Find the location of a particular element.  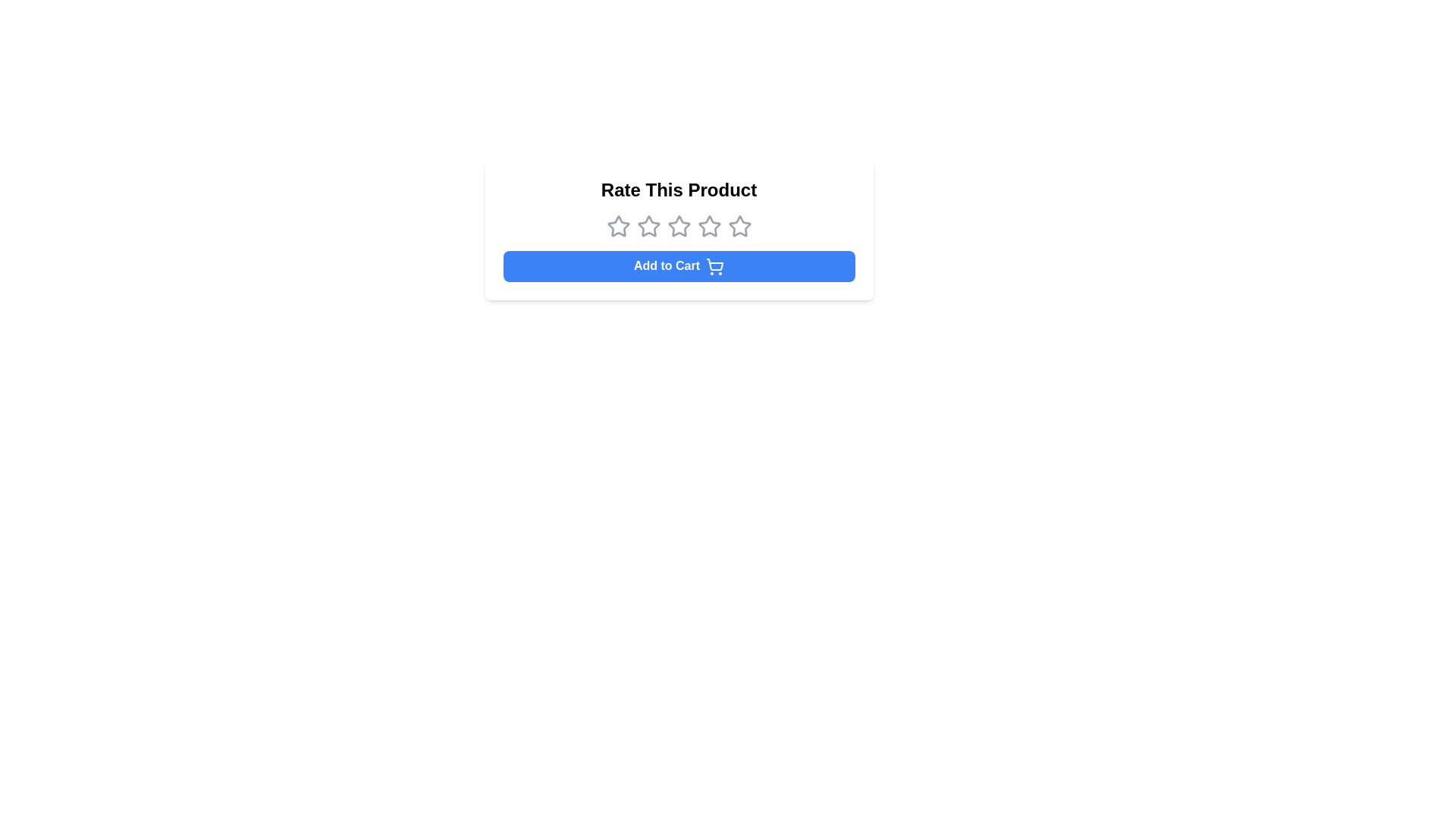

the second star in the rating system under 'Rate This Product' is located at coordinates (648, 227).